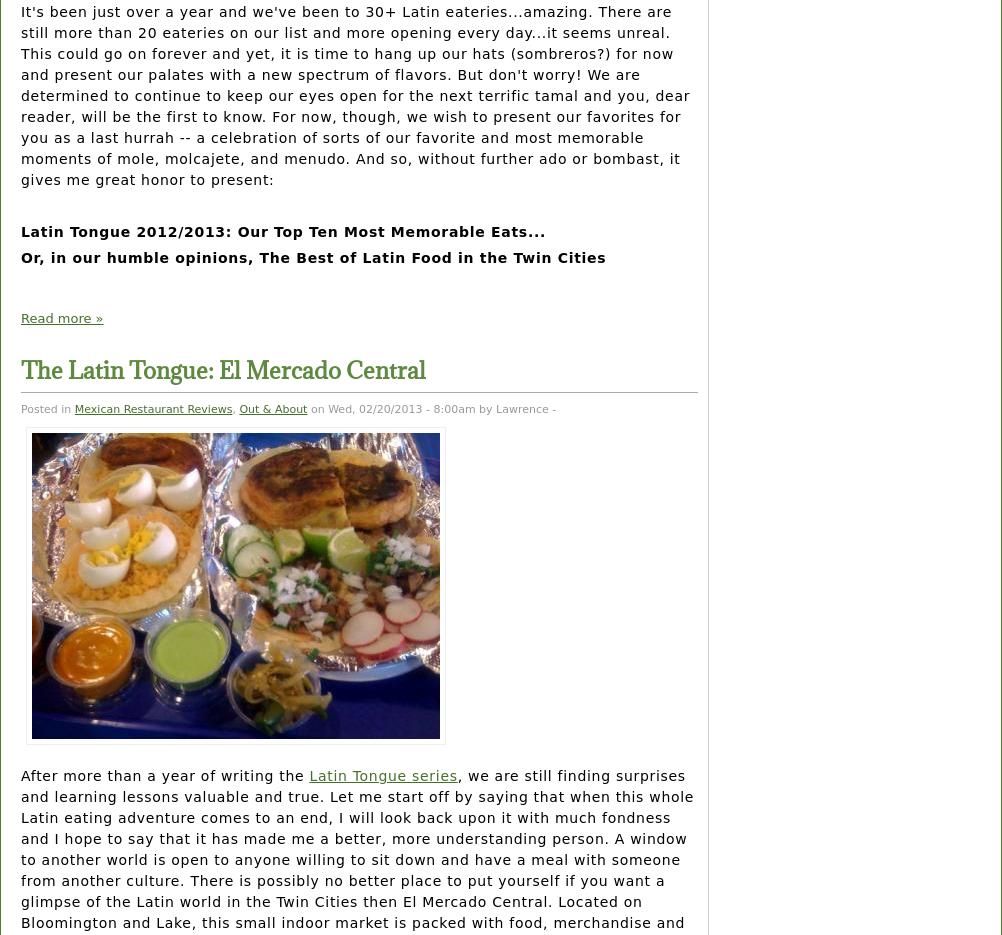 Image resolution: width=1002 pixels, height=935 pixels. Describe the element at coordinates (430, 408) in the screenshot. I see `'on Wed, 02/20/2013 - 8:00am by Lawrence -'` at that location.